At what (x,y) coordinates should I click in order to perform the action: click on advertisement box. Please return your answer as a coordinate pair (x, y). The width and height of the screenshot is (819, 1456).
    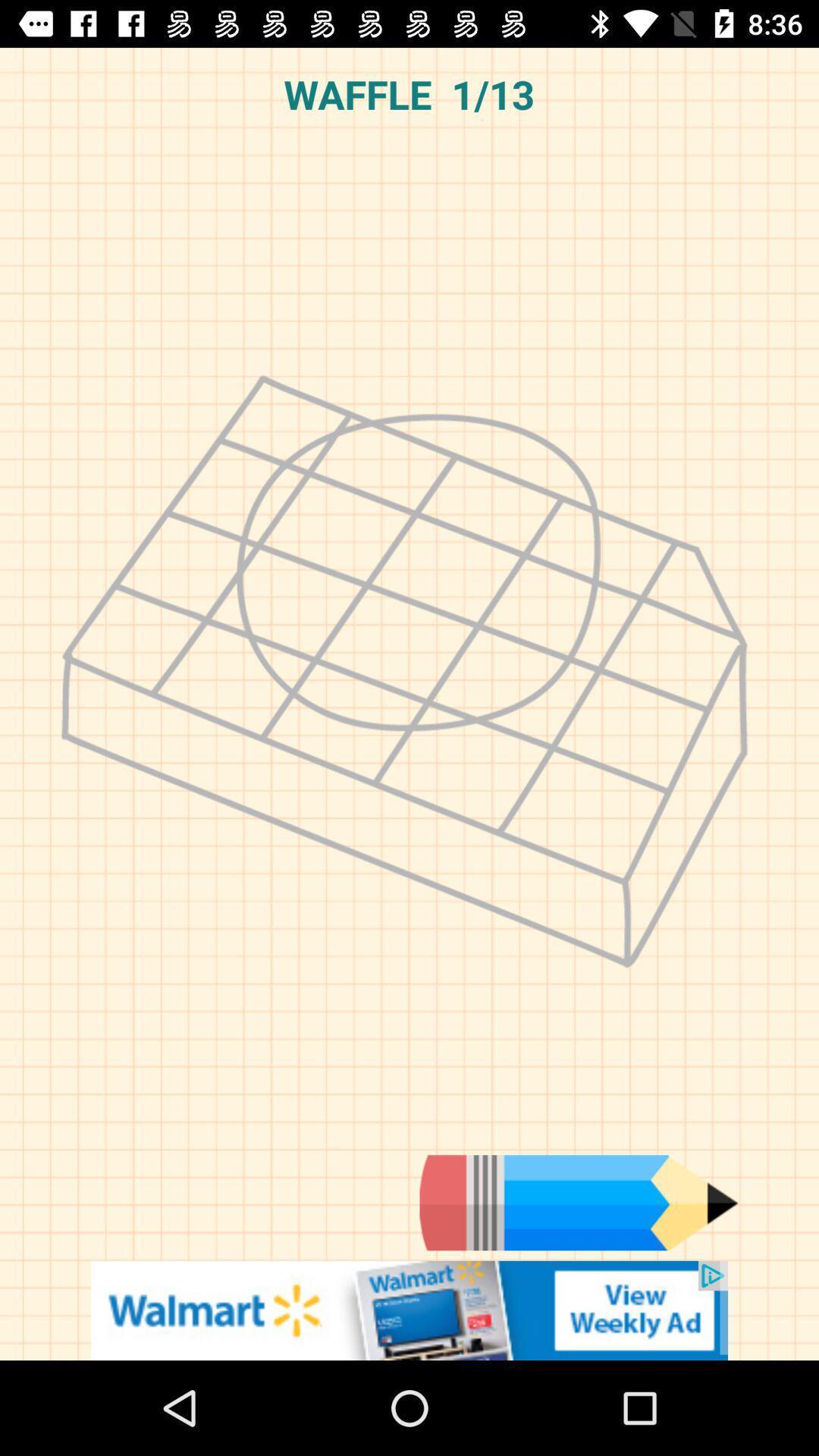
    Looking at the image, I should click on (409, 1310).